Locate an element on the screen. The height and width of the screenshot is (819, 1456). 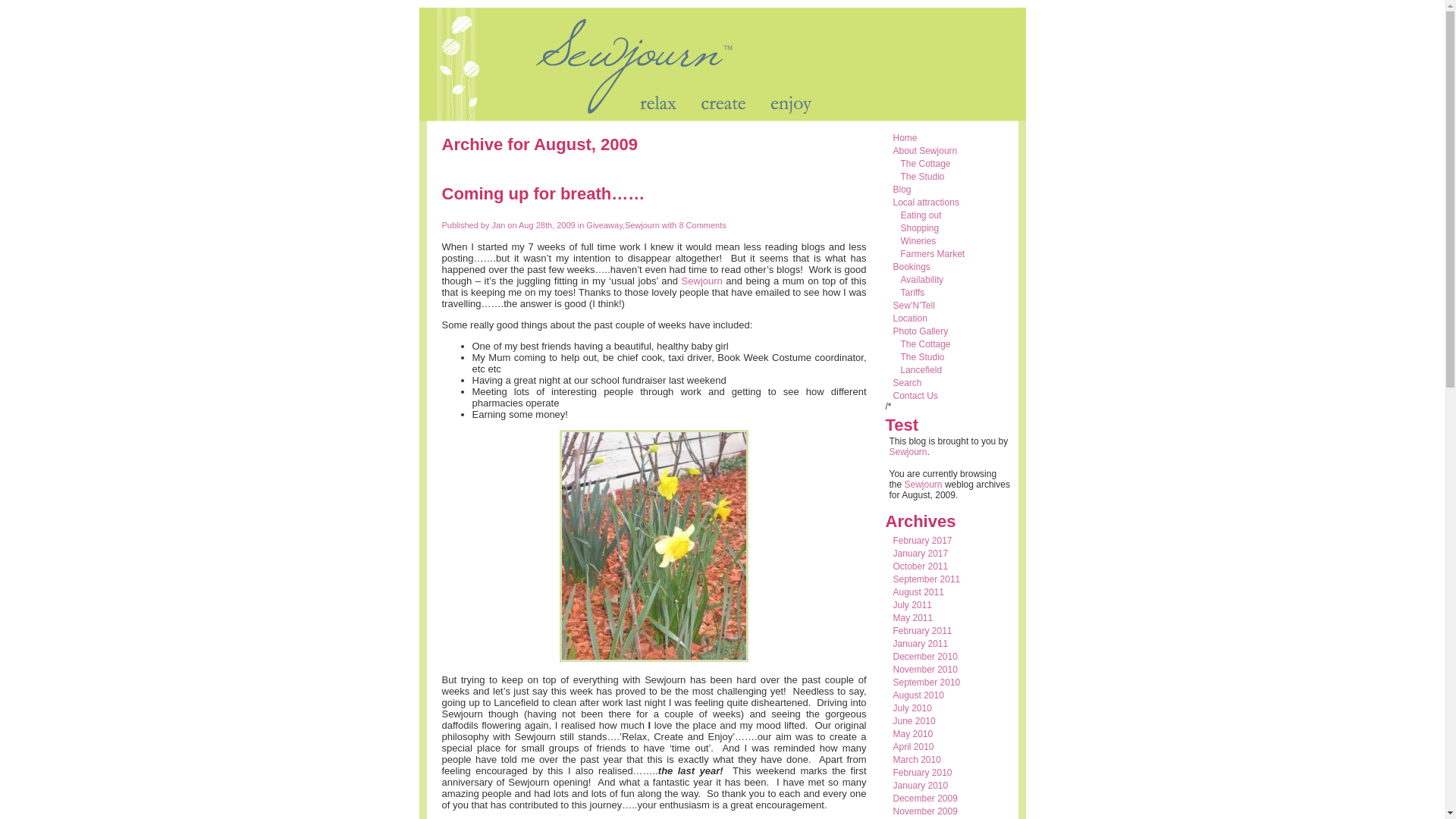
'Sewjourn' is located at coordinates (701, 281).